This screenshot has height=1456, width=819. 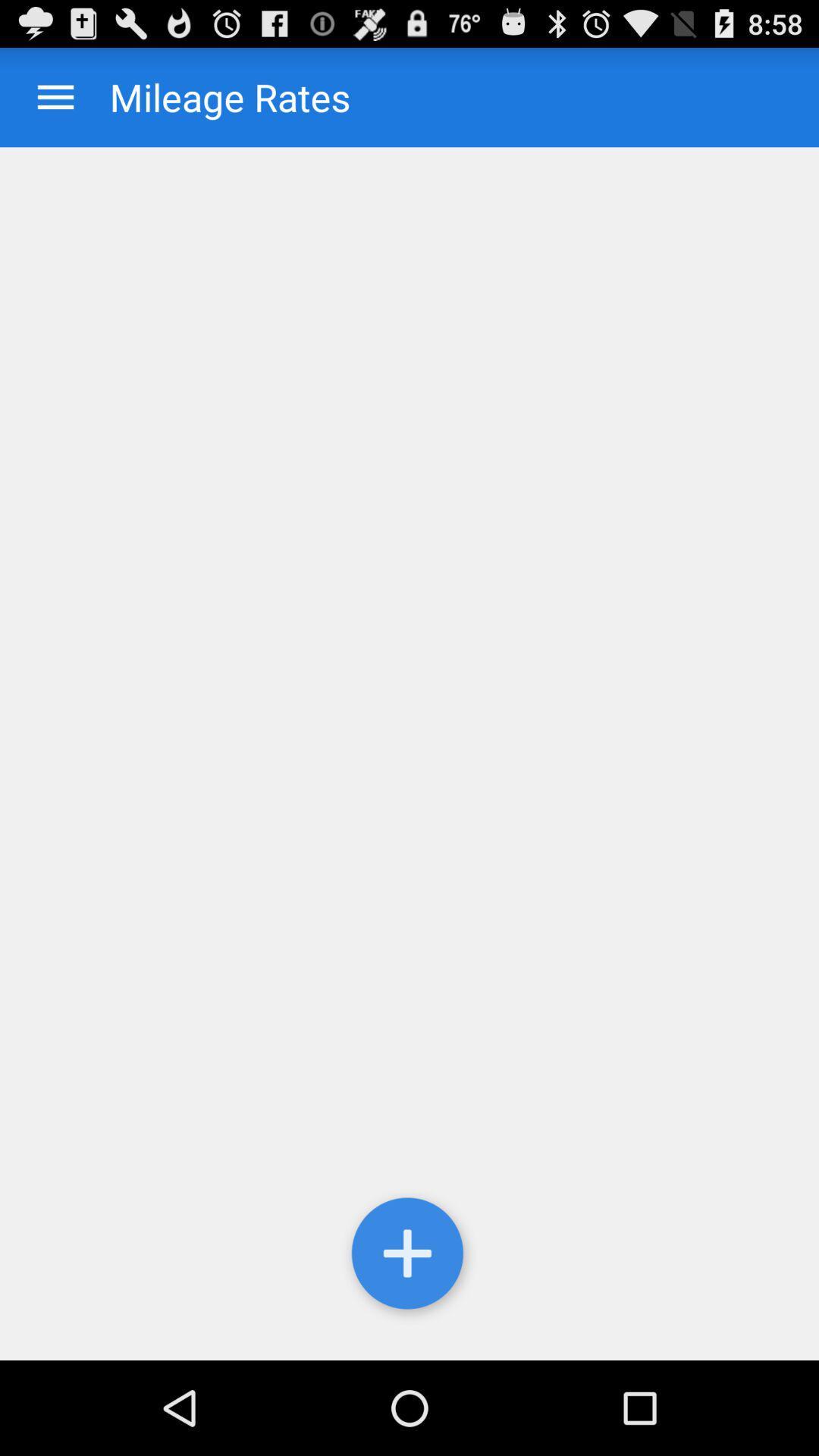 I want to click on item below the mileage rates icon, so click(x=409, y=1257).